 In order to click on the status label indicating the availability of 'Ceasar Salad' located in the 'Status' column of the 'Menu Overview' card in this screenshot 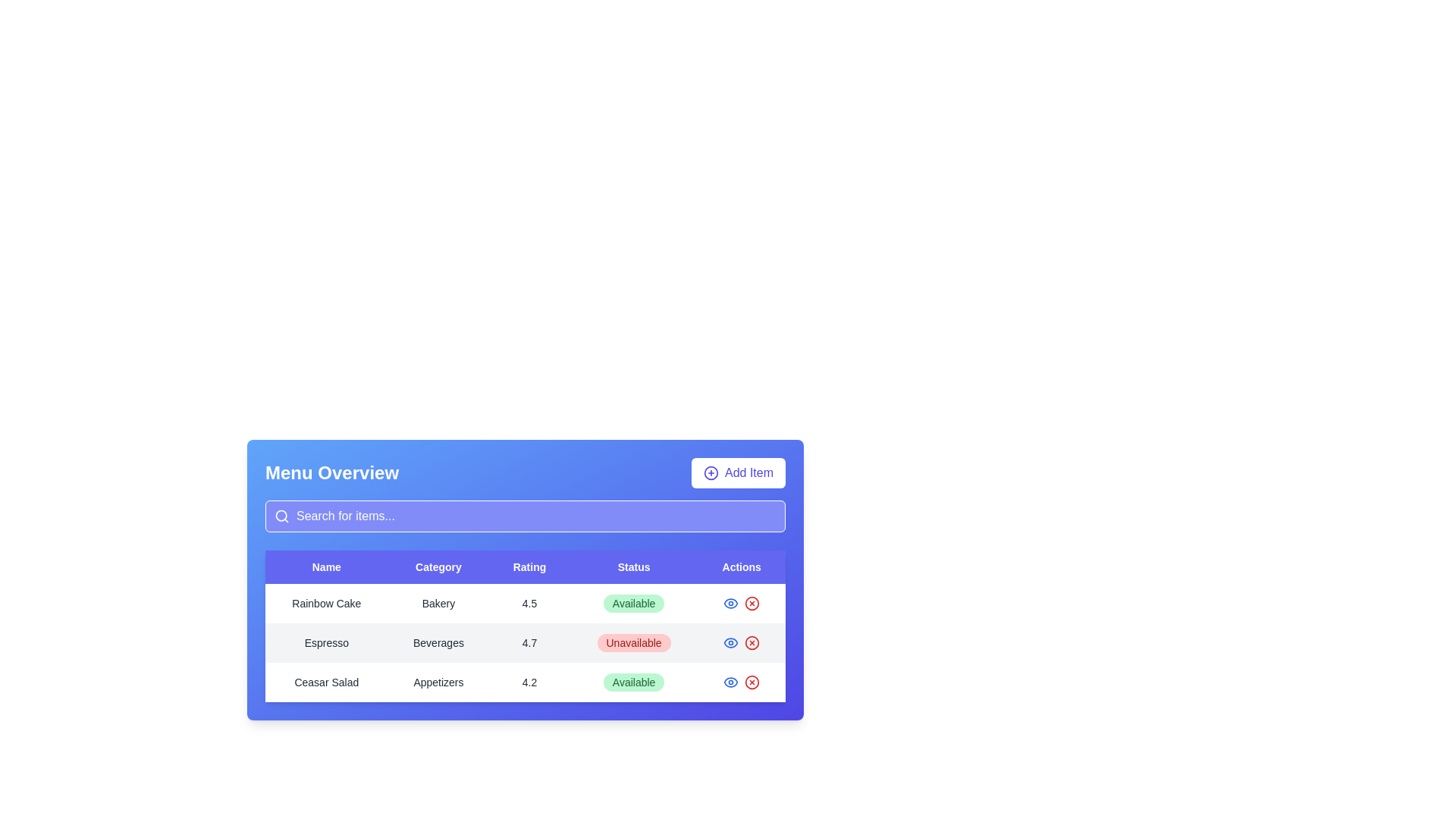, I will do `click(634, 681)`.